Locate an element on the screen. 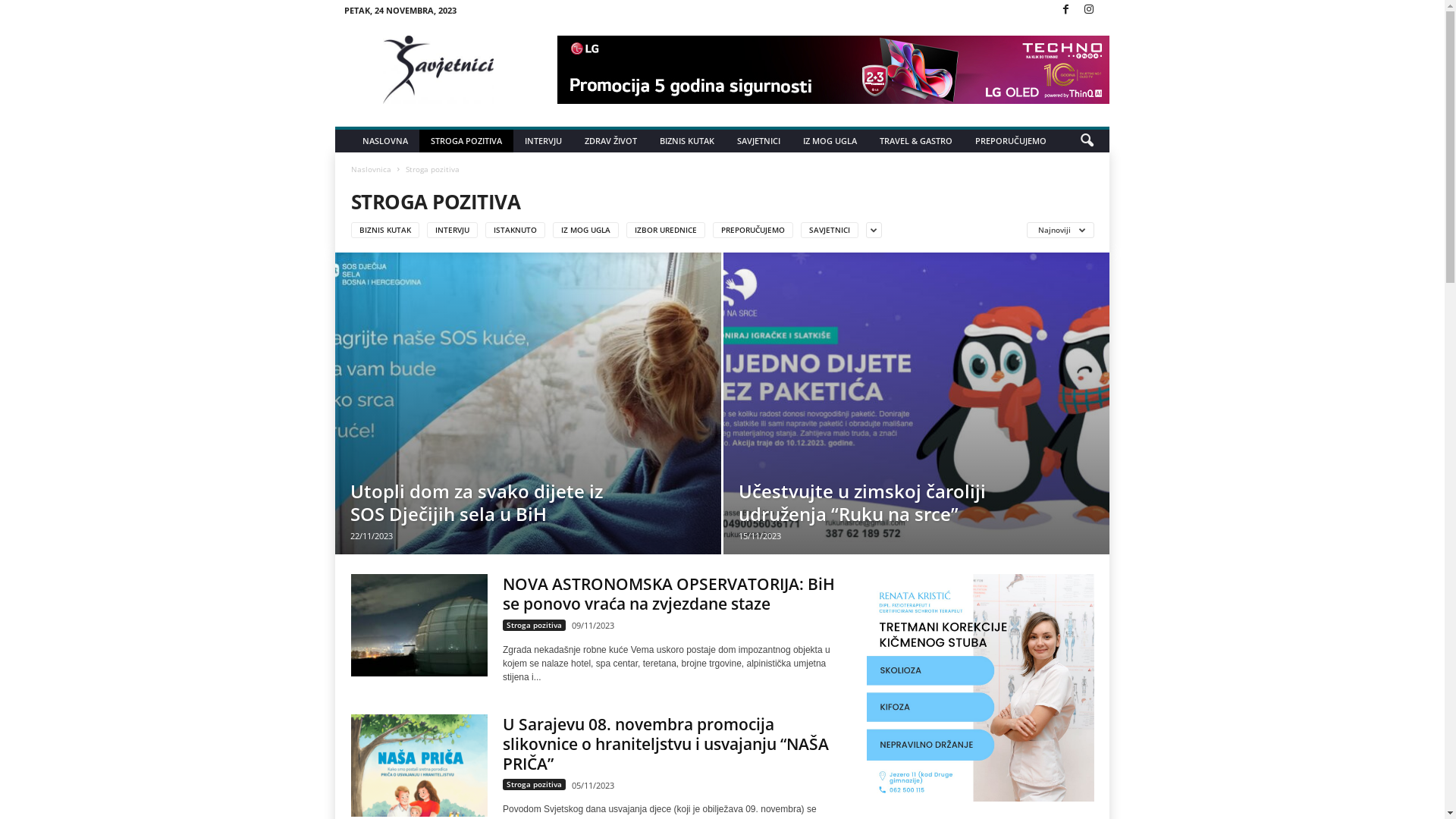 This screenshot has height=819, width=1456. 'Naslovnica' is located at coordinates (371, 169).